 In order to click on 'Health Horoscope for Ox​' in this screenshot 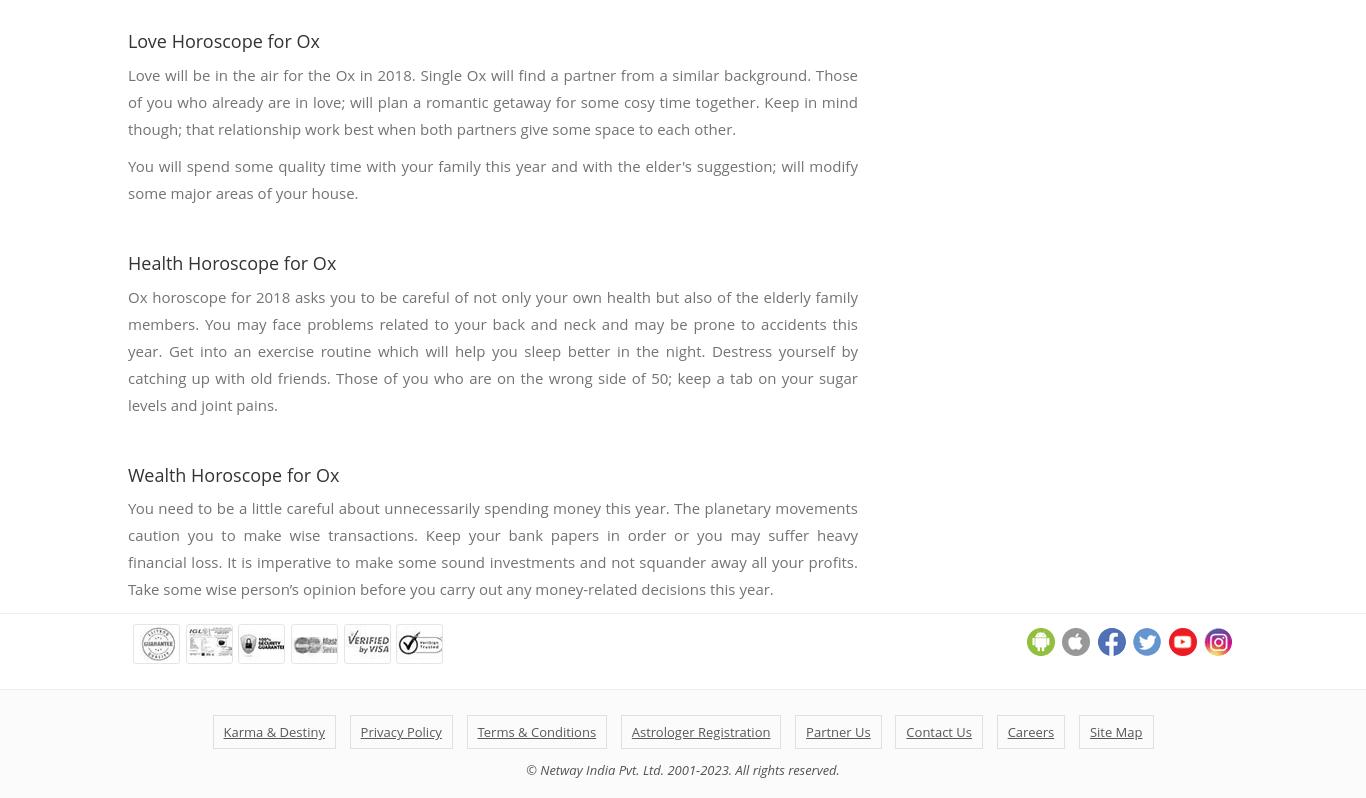, I will do `click(231, 261)`.